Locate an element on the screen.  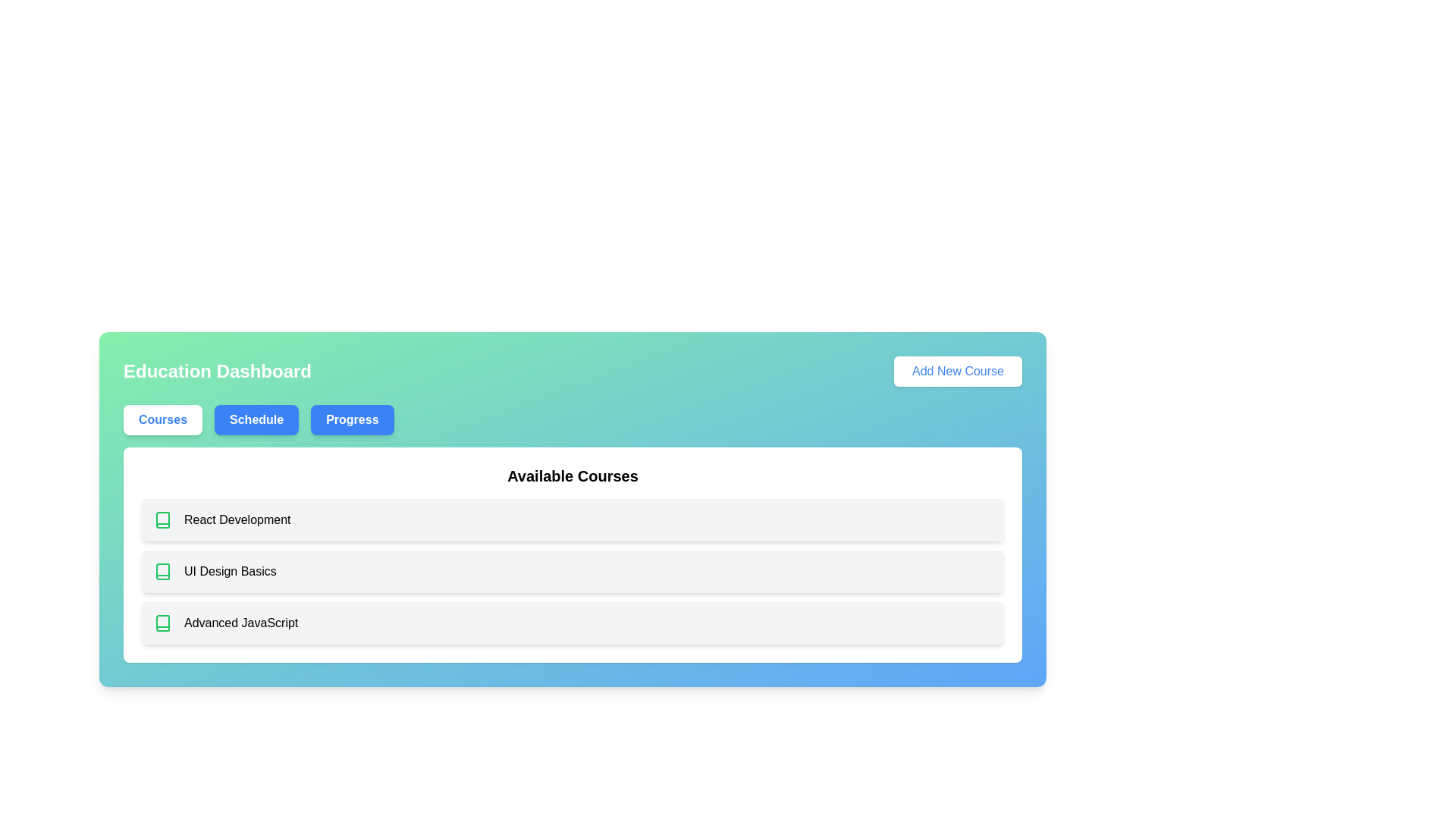
the second navigational tab button, located between the 'Courses' and 'Progress' buttons is located at coordinates (256, 420).